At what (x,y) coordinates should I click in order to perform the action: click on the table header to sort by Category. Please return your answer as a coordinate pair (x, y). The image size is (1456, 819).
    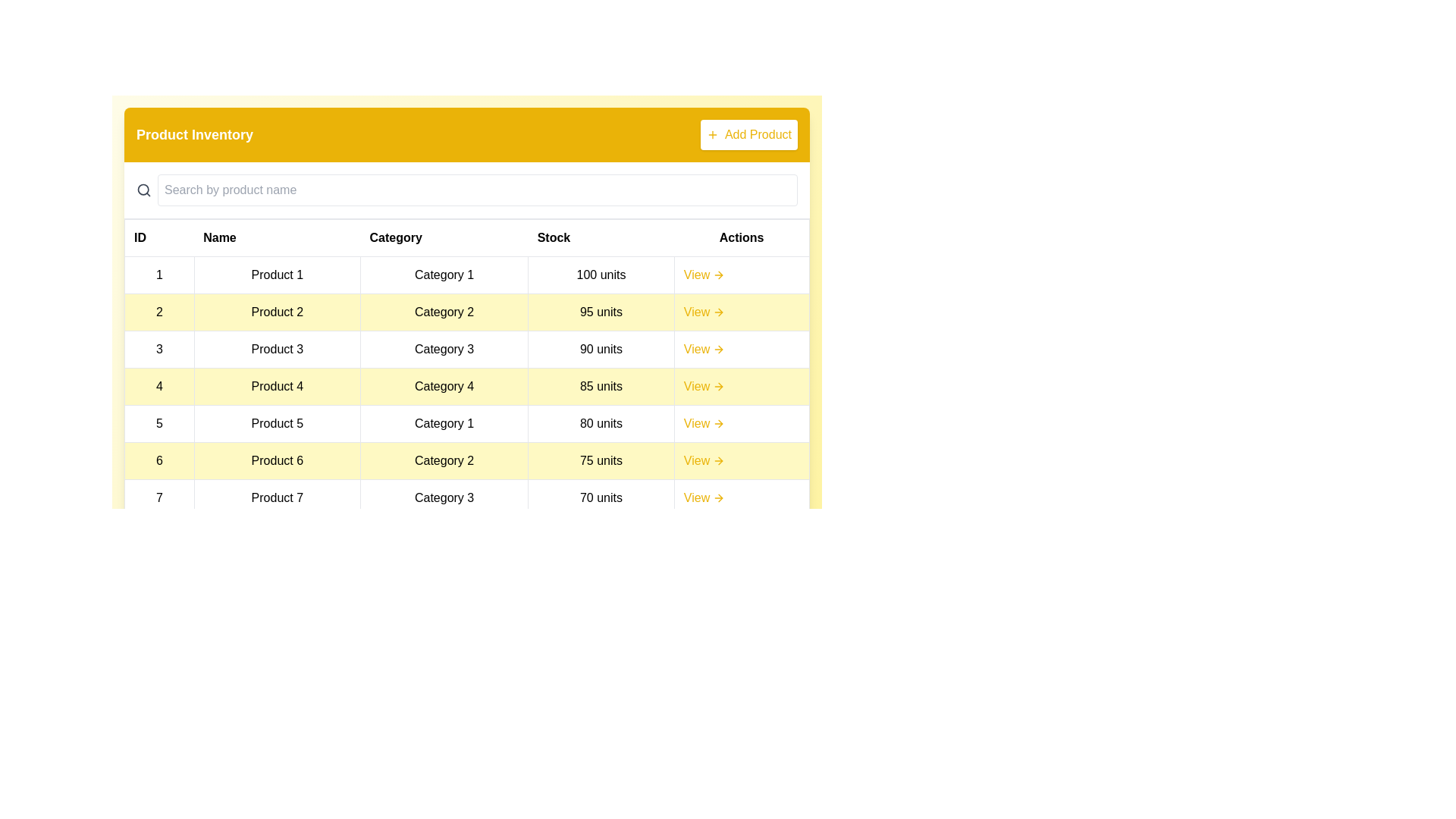
    Looking at the image, I should click on (443, 237).